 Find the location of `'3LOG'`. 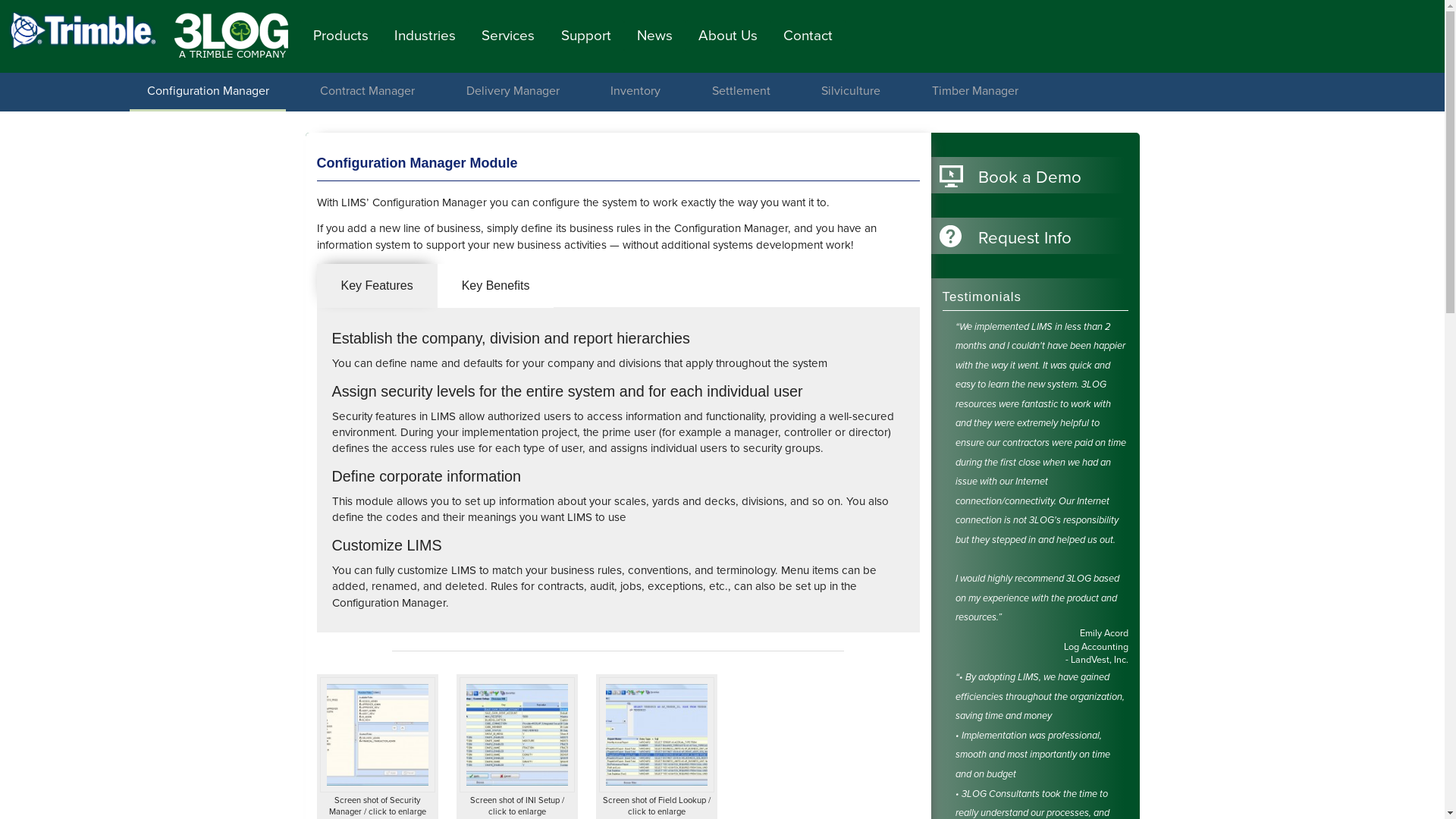

'3LOG' is located at coordinates (226, 32).